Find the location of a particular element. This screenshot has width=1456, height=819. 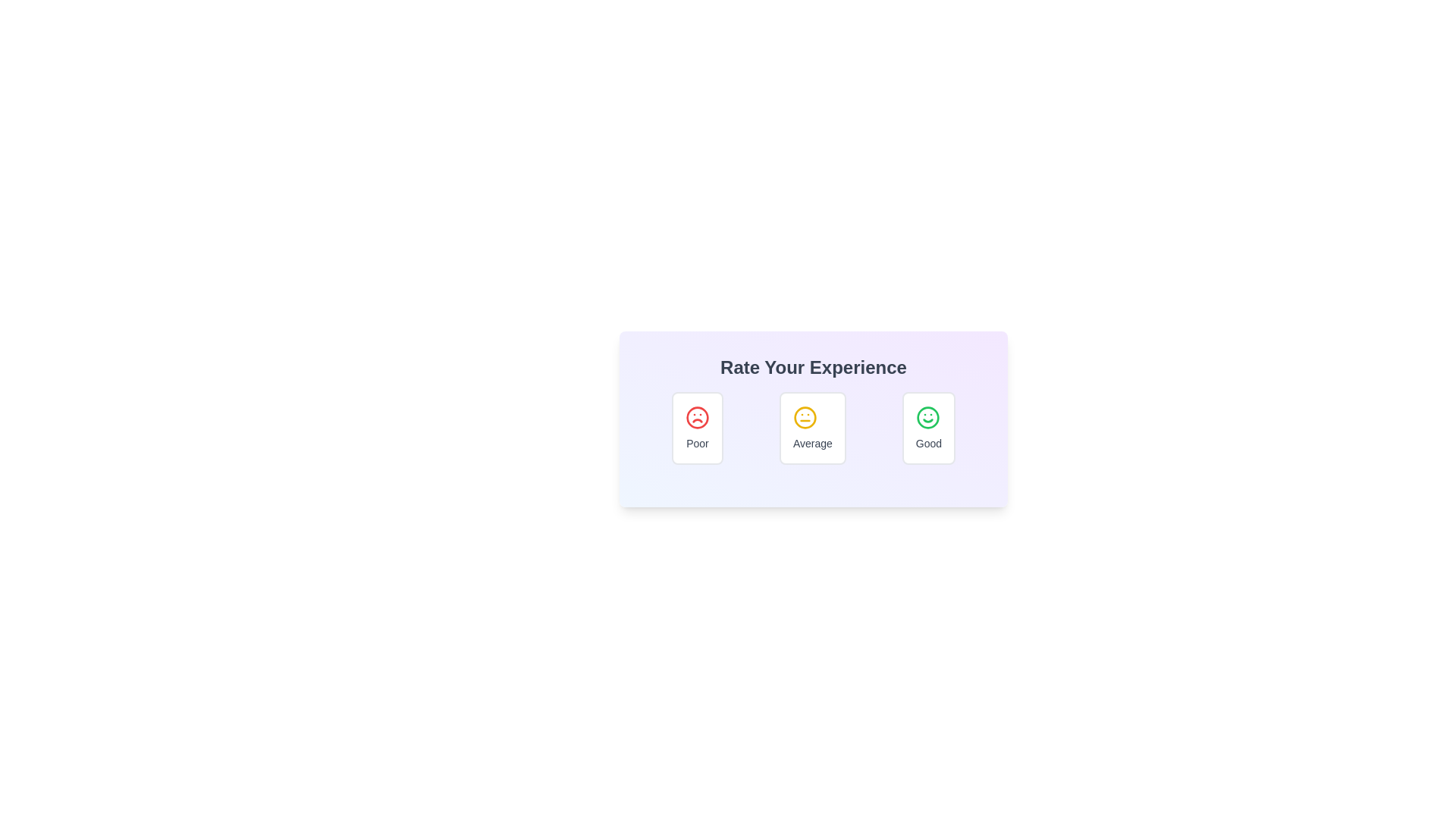

the text label displaying 'Good', which is located below a green smiling face icon in the rightmost box of a group of three horizontally arranged boxes is located at coordinates (927, 444).